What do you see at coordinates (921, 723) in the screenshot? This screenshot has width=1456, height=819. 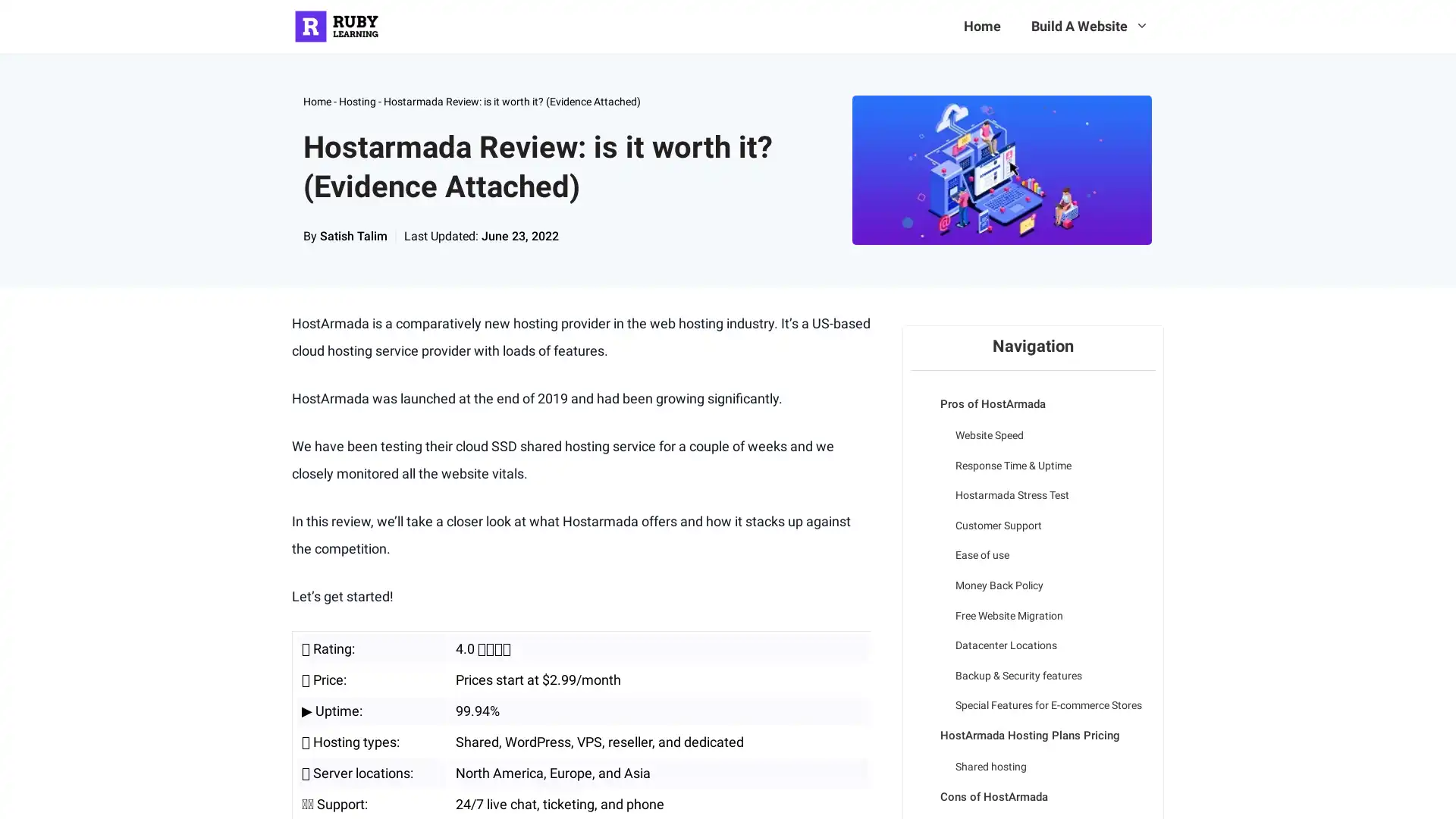 I see `Expand or collapse` at bounding box center [921, 723].